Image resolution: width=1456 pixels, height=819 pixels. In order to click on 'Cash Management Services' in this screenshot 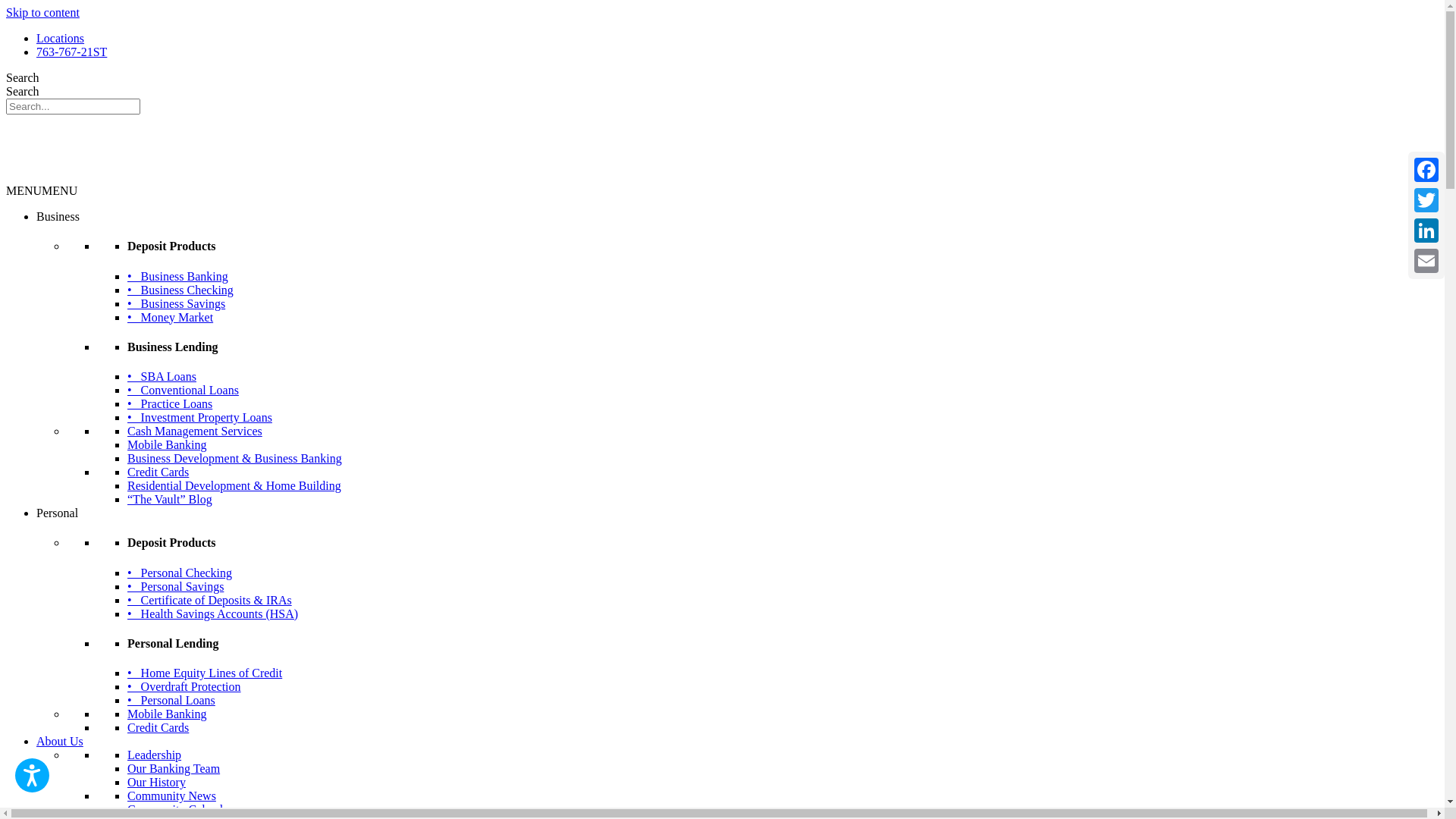, I will do `click(194, 431)`.